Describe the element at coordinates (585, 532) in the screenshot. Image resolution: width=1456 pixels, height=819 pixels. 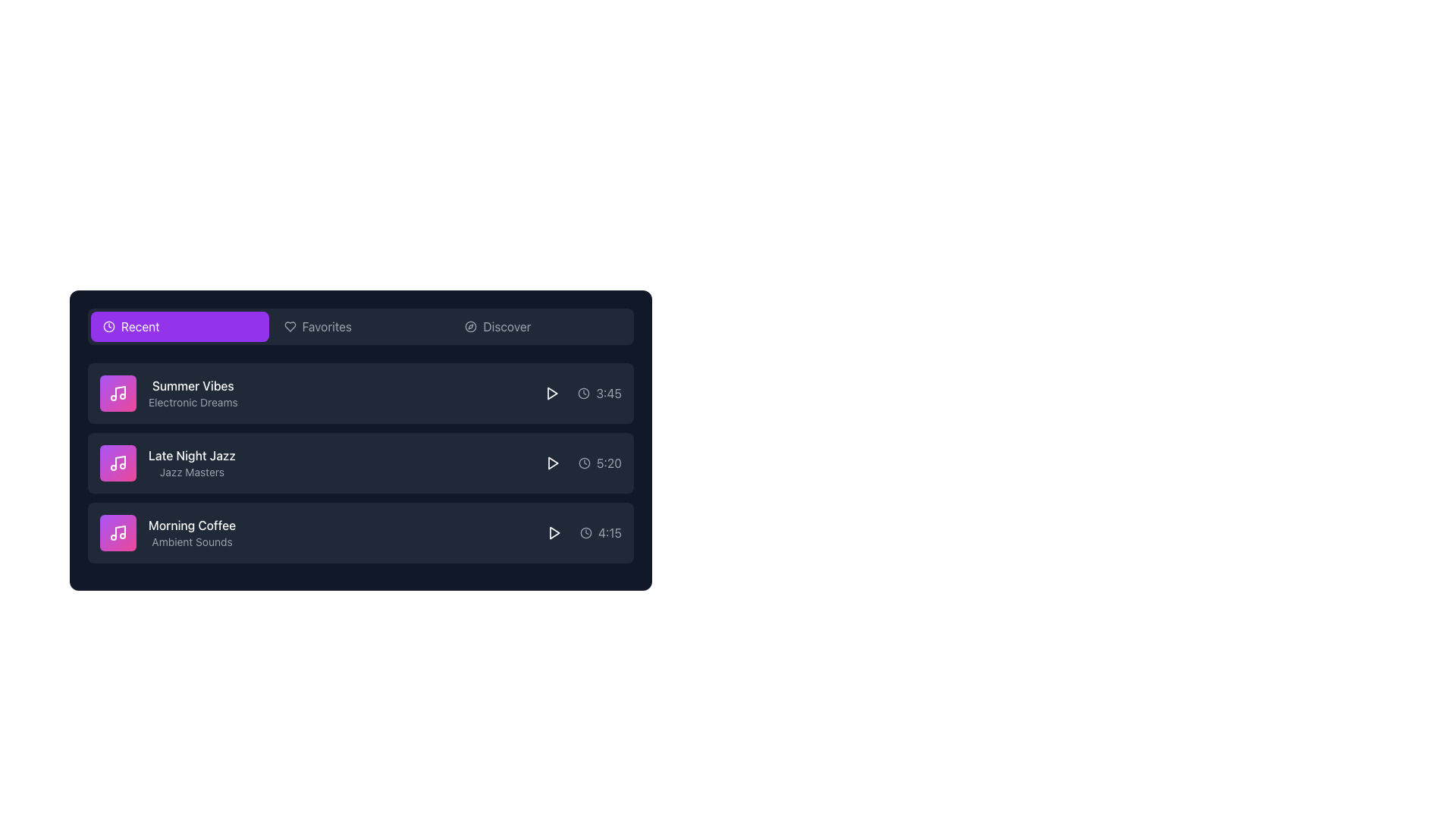
I see `the SVG Circle representing part of a clock face located at the bottom right corner of the interface near the clock icon adjacent to the time value '4:15'` at that location.